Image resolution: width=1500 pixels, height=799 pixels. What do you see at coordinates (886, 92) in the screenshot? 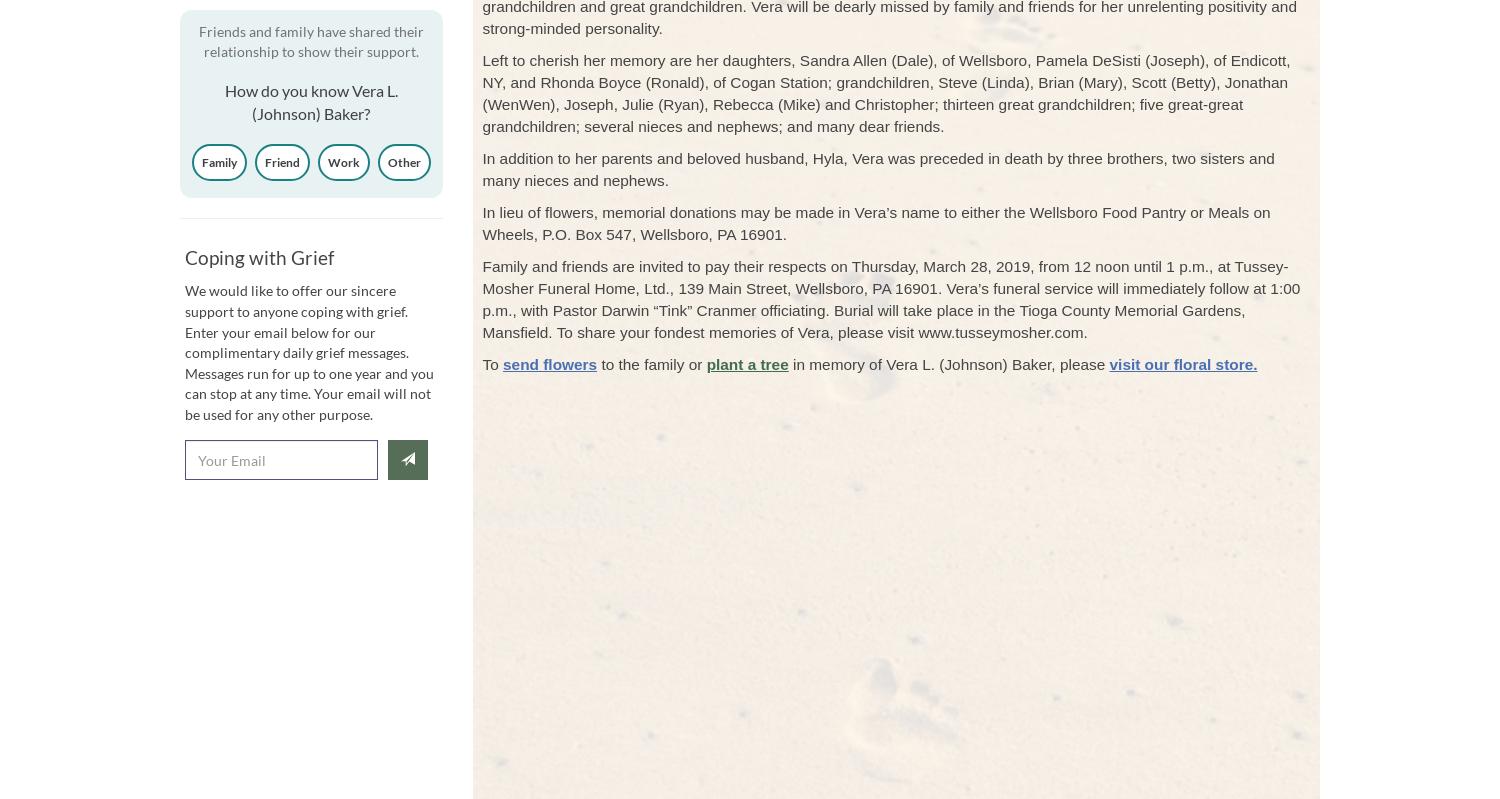
I see `'Left to cherish her memory are her daughters, Sandra Allen (Dale), of Wellsboro, Pamela DeSisti (Joseph), of Endicott, NY, and Rhonda Boyce (Ronald), of Cogan Station; grandchildren, Steve (Linda), Brian (Mary), Scott (Betty), Jonathan (WenWen), Joseph, Julie (Ryan), Rebecca (Mike) and Christopher; thirteen great grandchildren; five great-great grandchildren; several nieces and nephews; and many dear friends.'` at bounding box center [886, 92].